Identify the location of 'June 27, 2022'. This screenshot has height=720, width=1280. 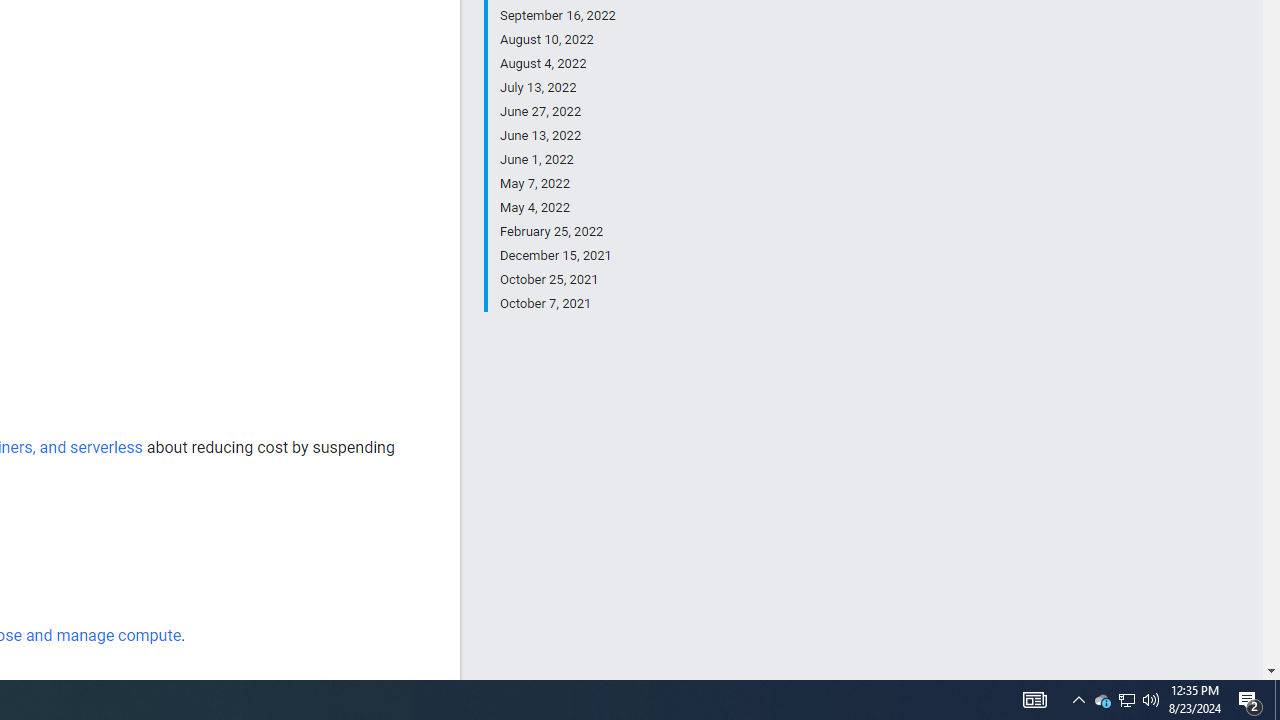
(557, 111).